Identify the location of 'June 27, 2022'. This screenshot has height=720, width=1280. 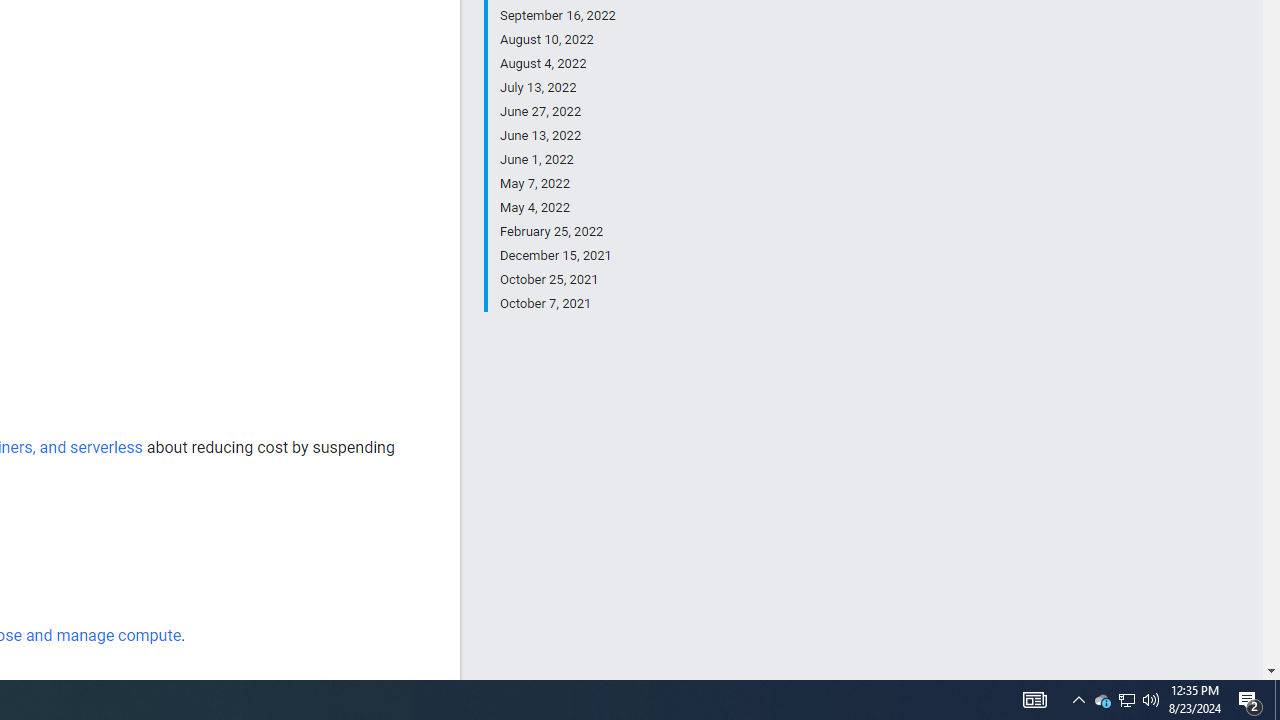
(557, 111).